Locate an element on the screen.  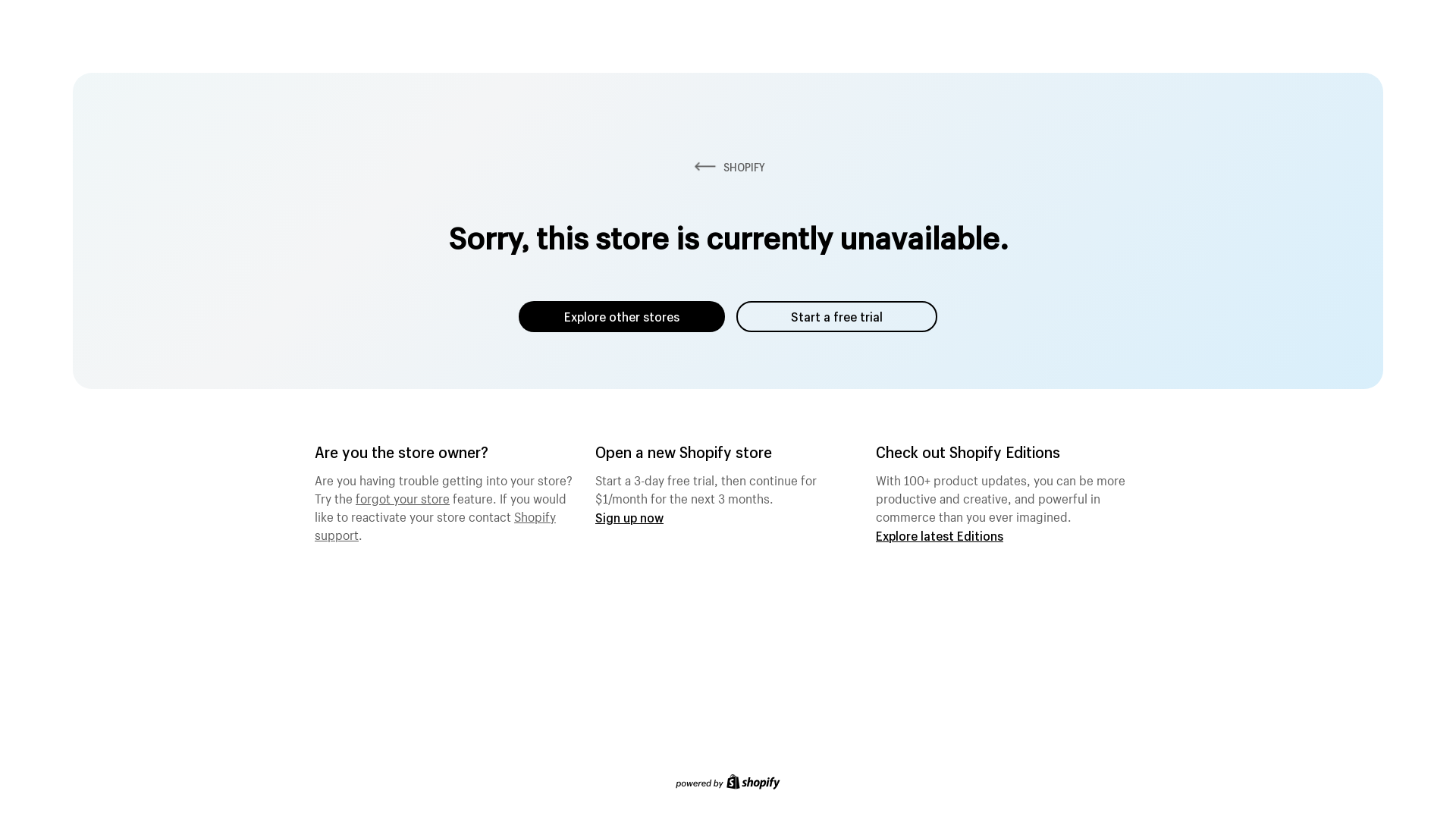
'Sign up now' is located at coordinates (629, 516).